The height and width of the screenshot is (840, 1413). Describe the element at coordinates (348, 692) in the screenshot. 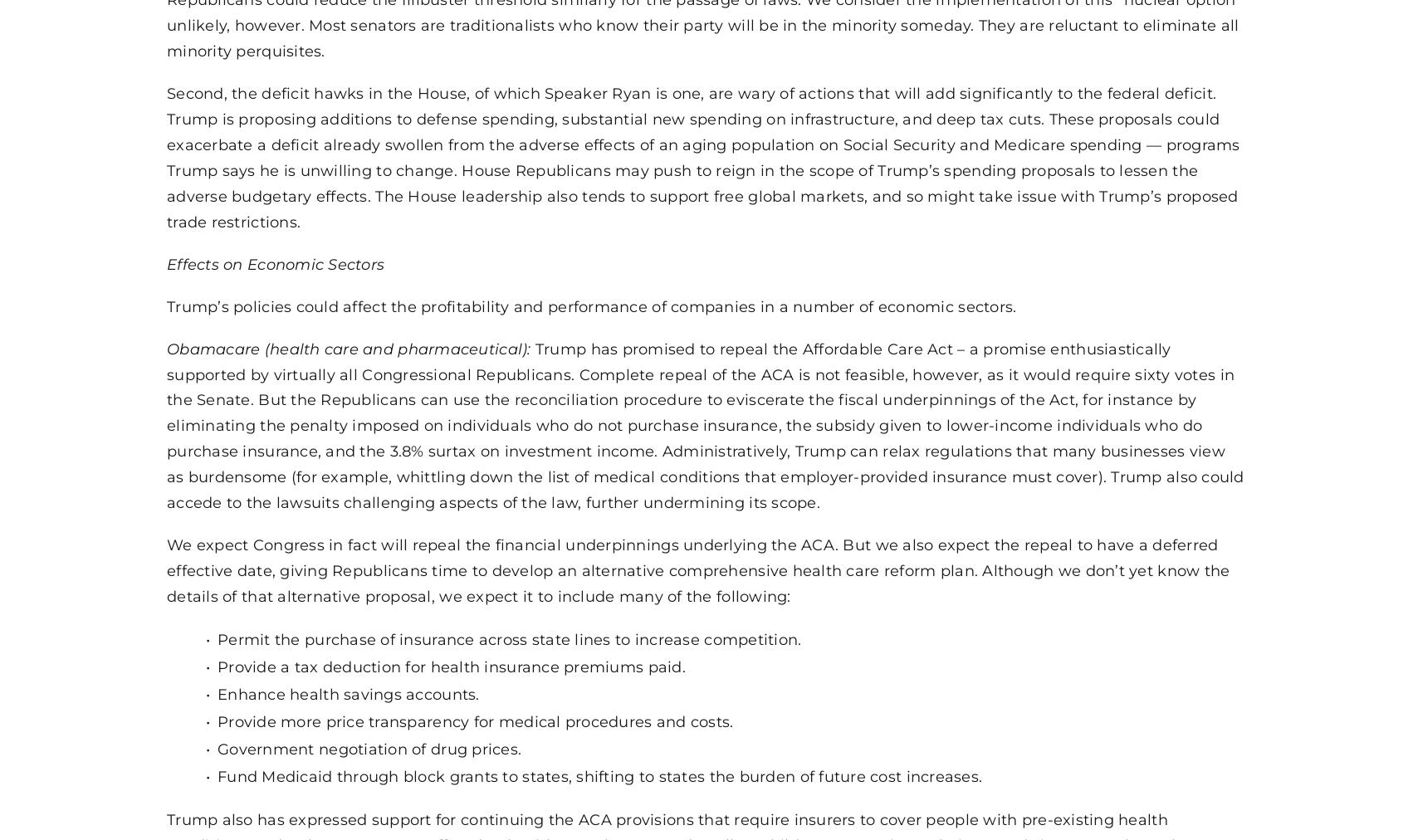

I see `'Enhance health savings accounts.'` at that location.